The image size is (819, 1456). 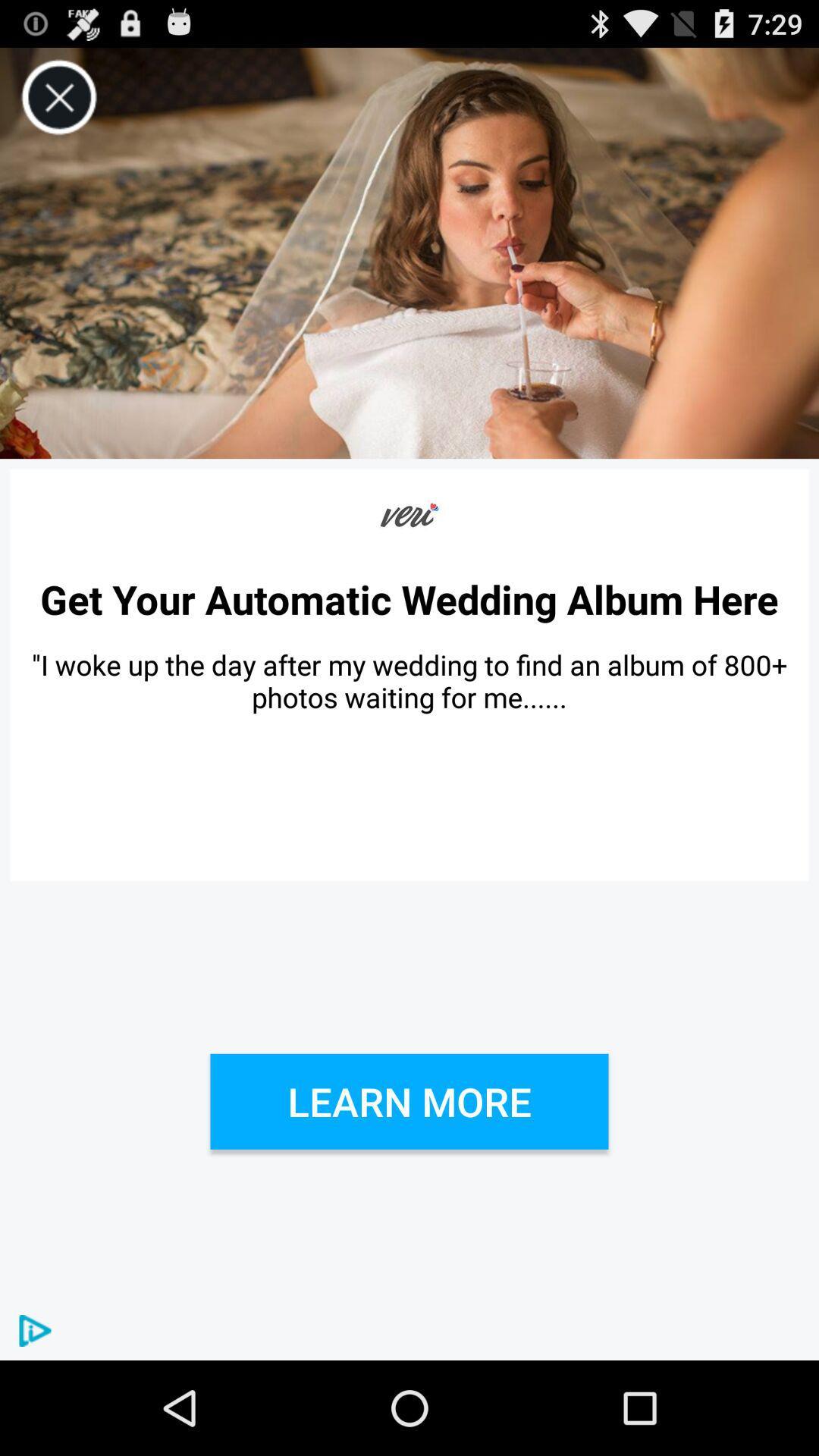 What do you see at coordinates (409, 1101) in the screenshot?
I see `the icon below i woke up` at bounding box center [409, 1101].